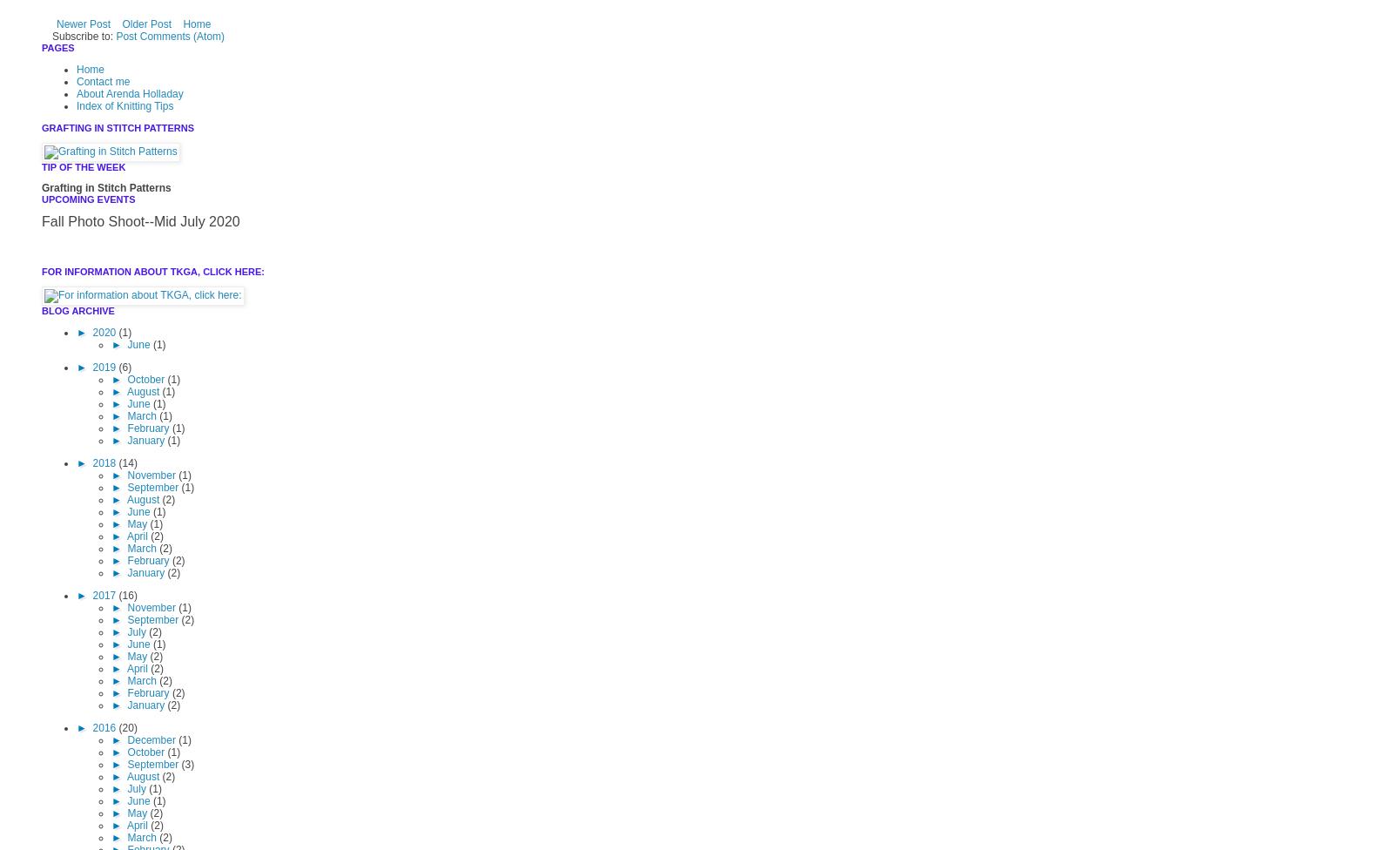  Describe the element at coordinates (83, 165) in the screenshot. I see `'TIP OF THE WEEK'` at that location.